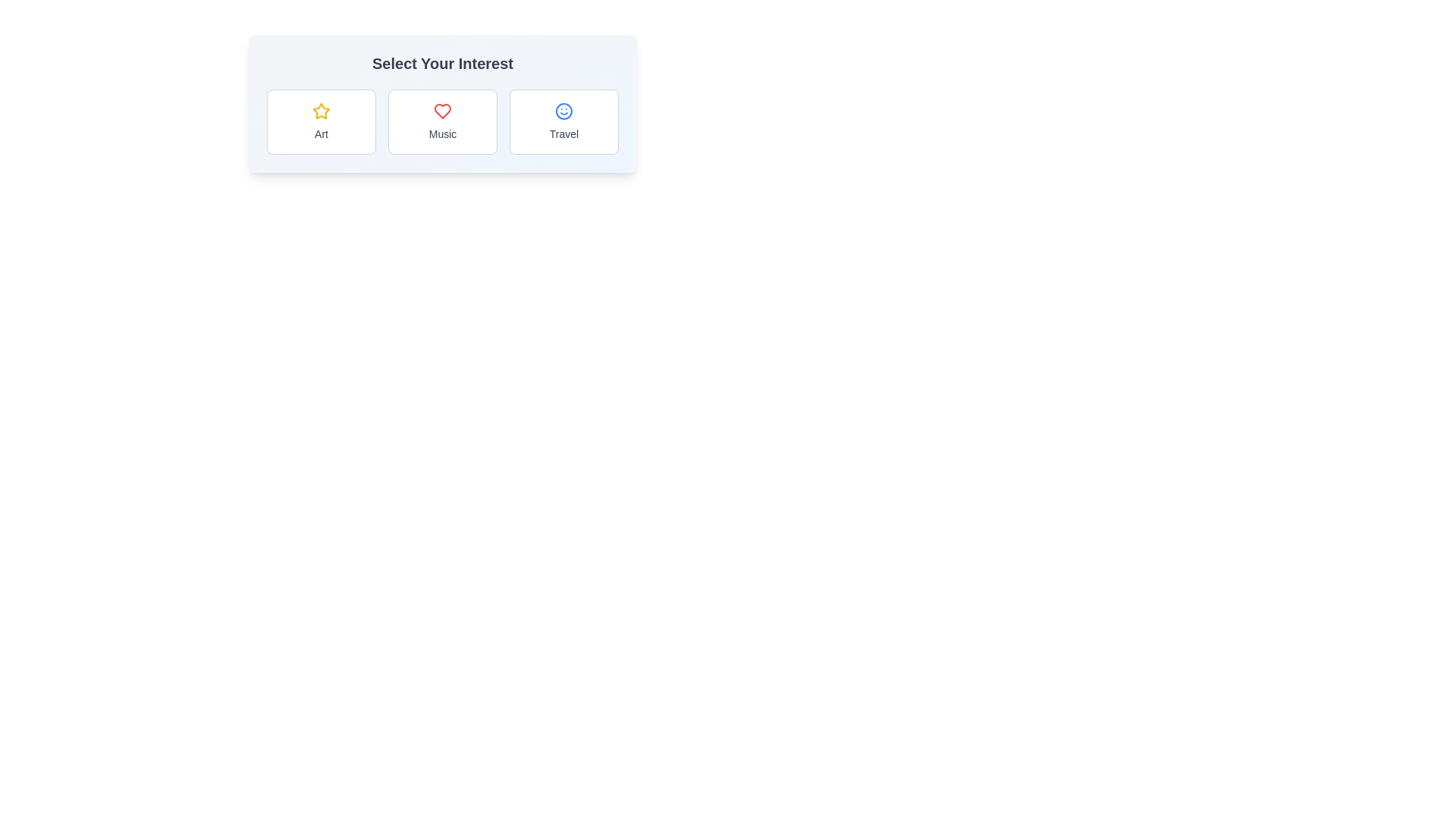 The height and width of the screenshot is (819, 1456). I want to click on the heart icon representing 'Music' in the selection interface, so click(442, 110).